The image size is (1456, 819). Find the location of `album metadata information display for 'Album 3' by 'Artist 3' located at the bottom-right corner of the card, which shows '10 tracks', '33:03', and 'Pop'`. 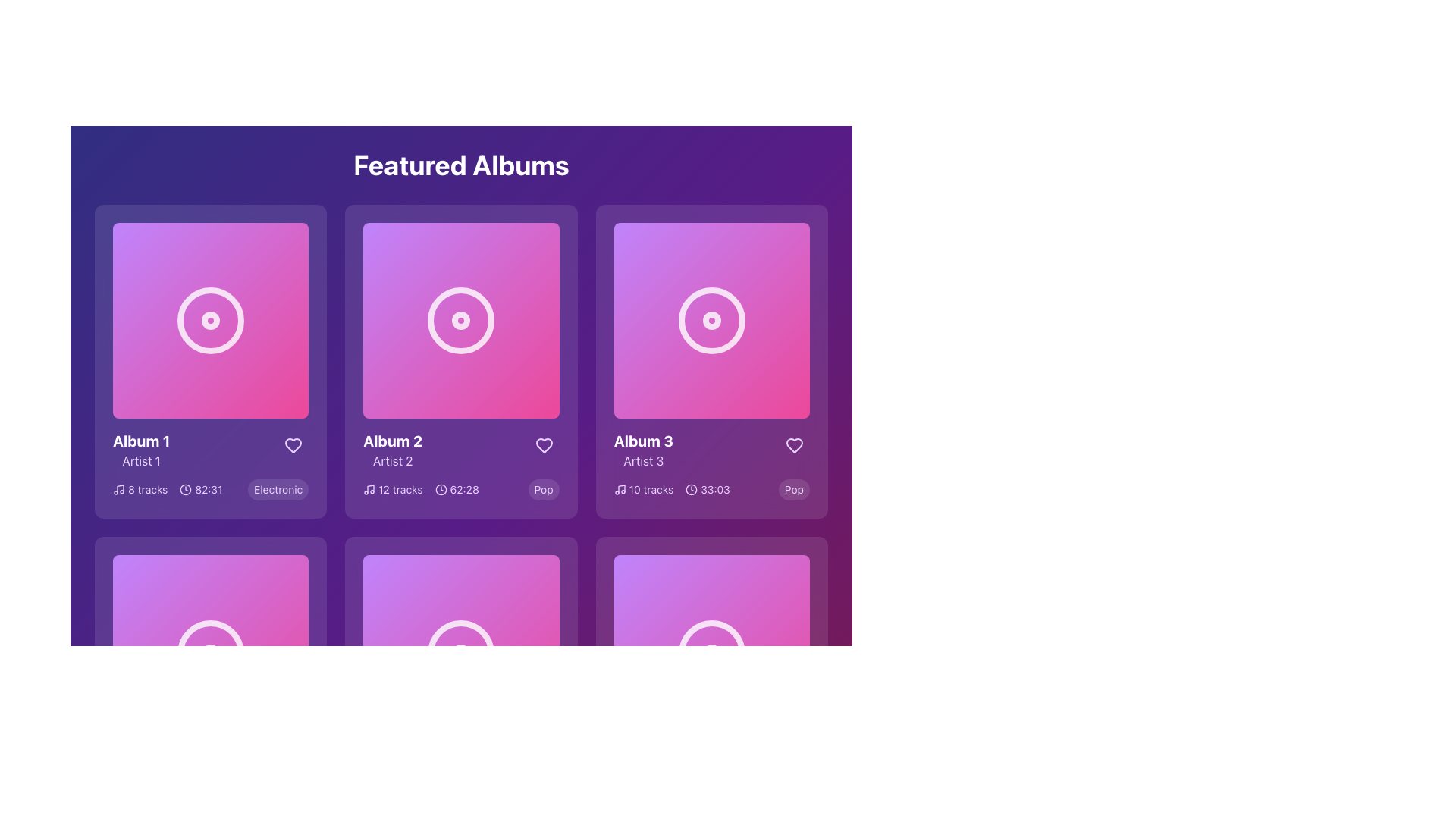

album metadata information display for 'Album 3' by 'Artist 3' located at the bottom-right corner of the card, which shows '10 tracks', '33:03', and 'Pop' is located at coordinates (711, 490).